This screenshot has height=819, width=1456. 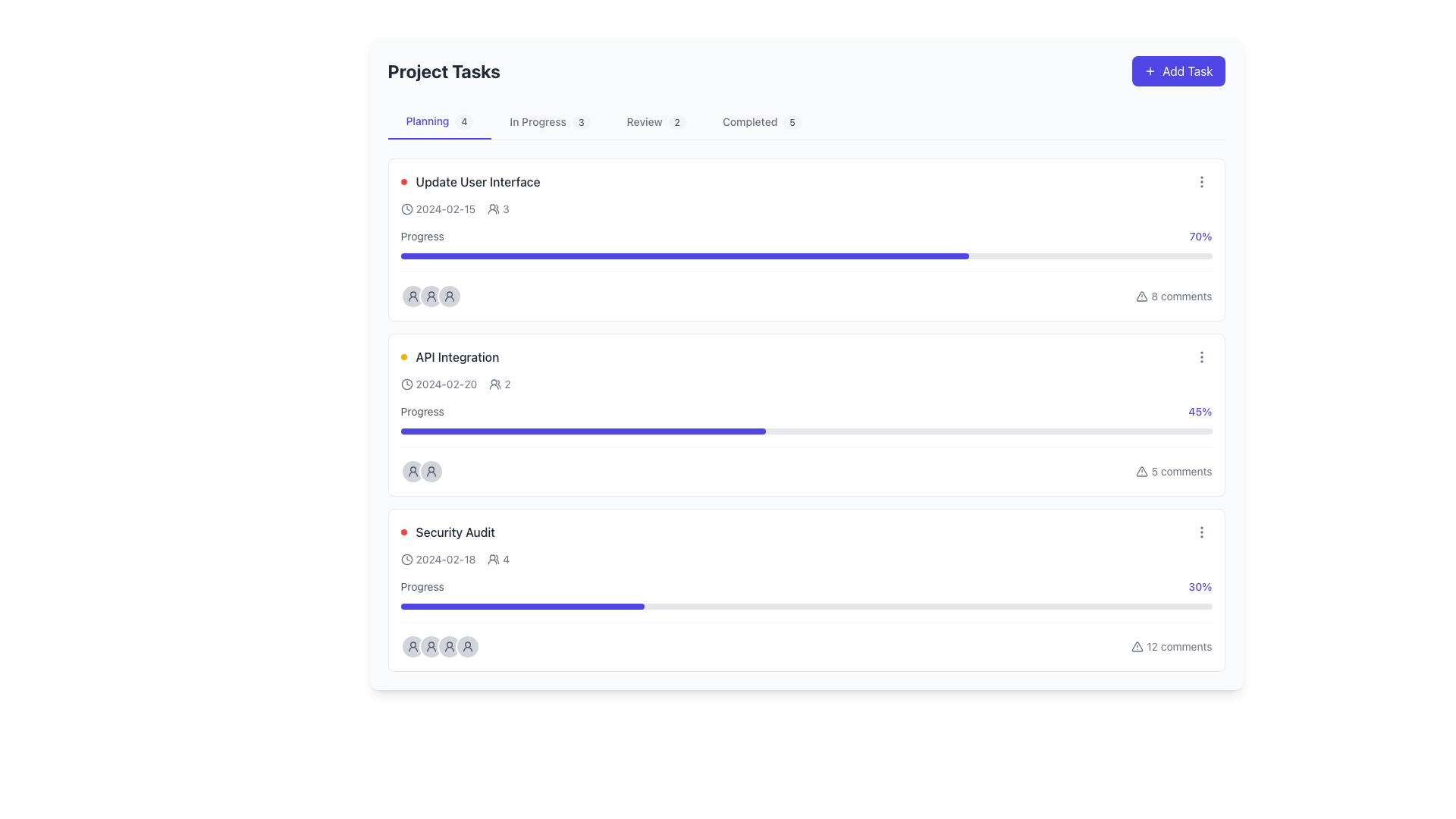 I want to click on the text label indicating the number of team members for the task 'API Integration' in the 'Planning' category, located to the right of the date '2024-02-20', so click(x=500, y=383).